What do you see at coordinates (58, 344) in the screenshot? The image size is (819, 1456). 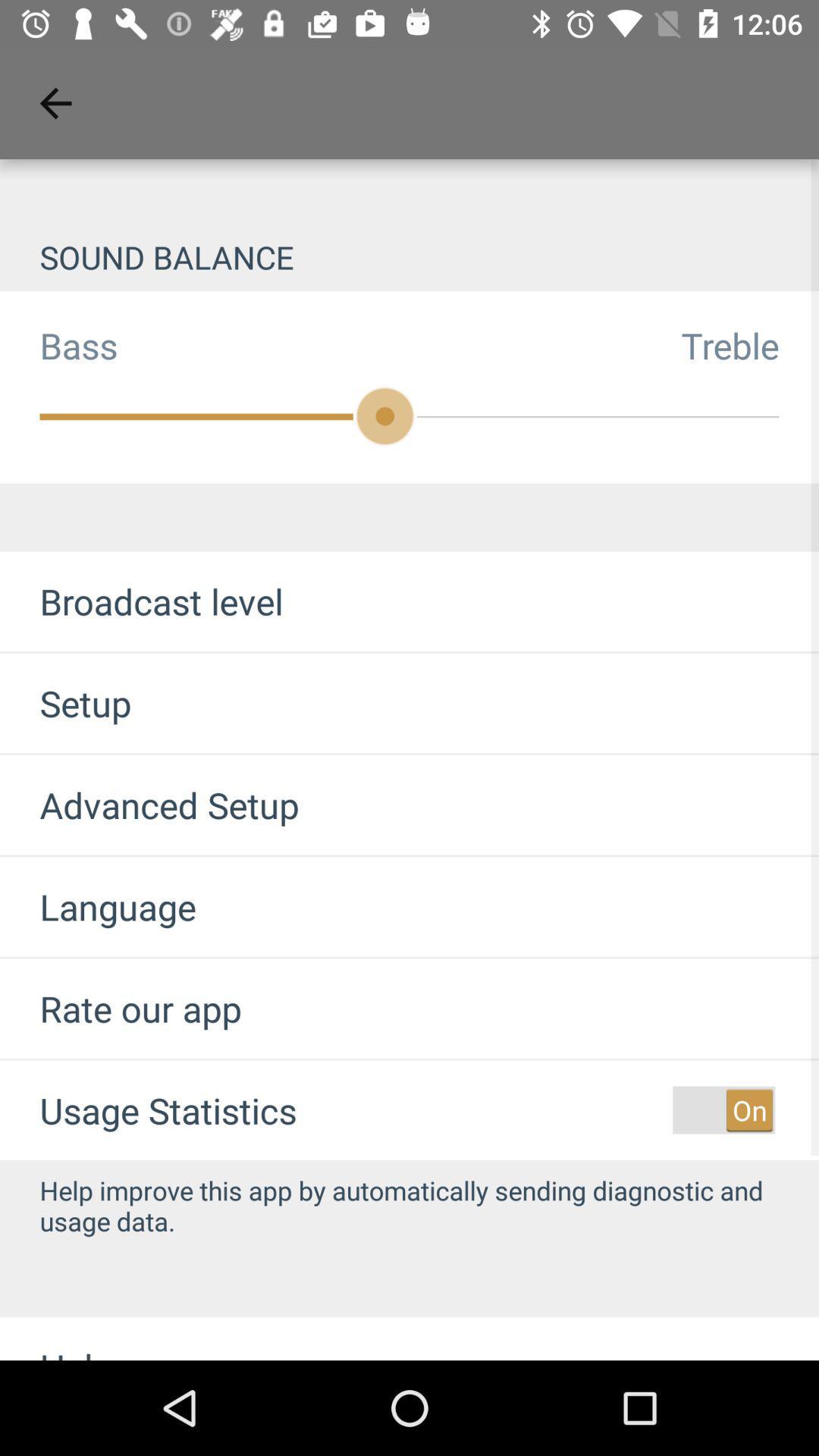 I see `item below sound balance item` at bounding box center [58, 344].